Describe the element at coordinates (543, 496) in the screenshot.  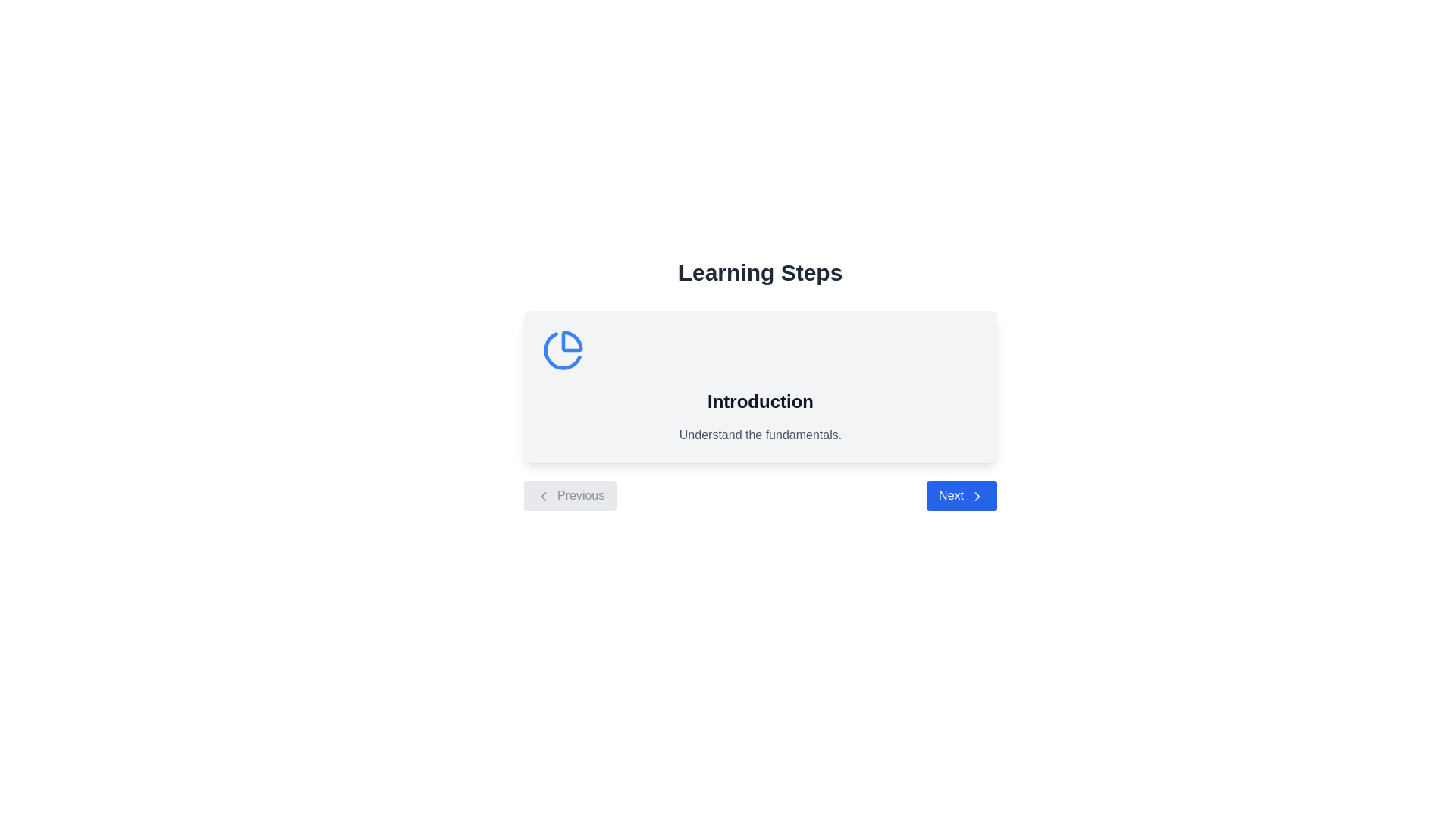
I see `the chevron left arrow icon inside the 'Previous' button, which allows navigation to a prior step or page` at that location.